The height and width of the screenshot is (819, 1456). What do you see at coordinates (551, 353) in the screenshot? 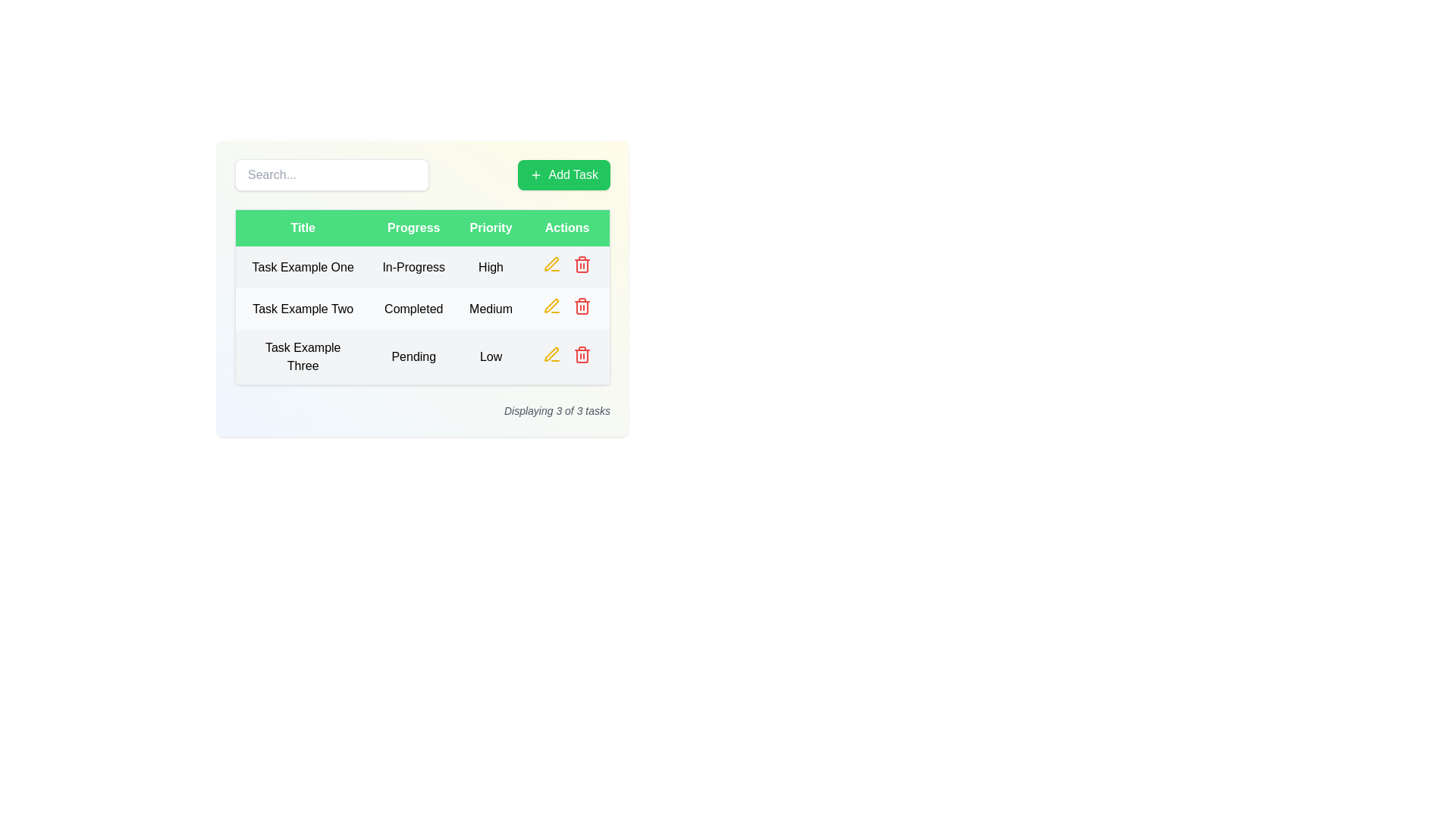
I see `the edit icon in the 'Actions' column, third row for 'Task Example Three', to initiate editing` at bounding box center [551, 353].